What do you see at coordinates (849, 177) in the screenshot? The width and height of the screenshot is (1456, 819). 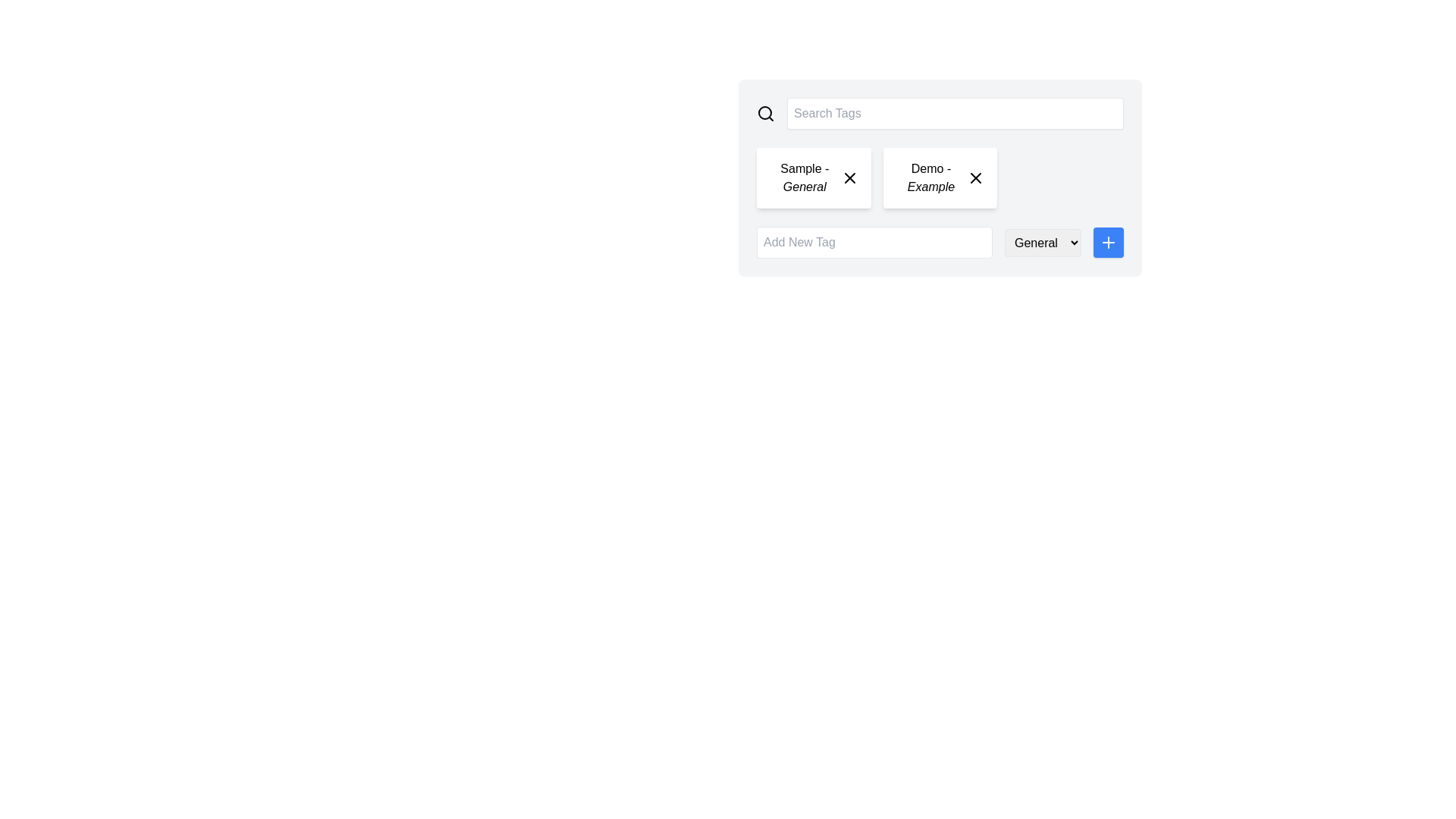 I see `the close button located in the top-right corner of the 'Sample - General' card` at bounding box center [849, 177].